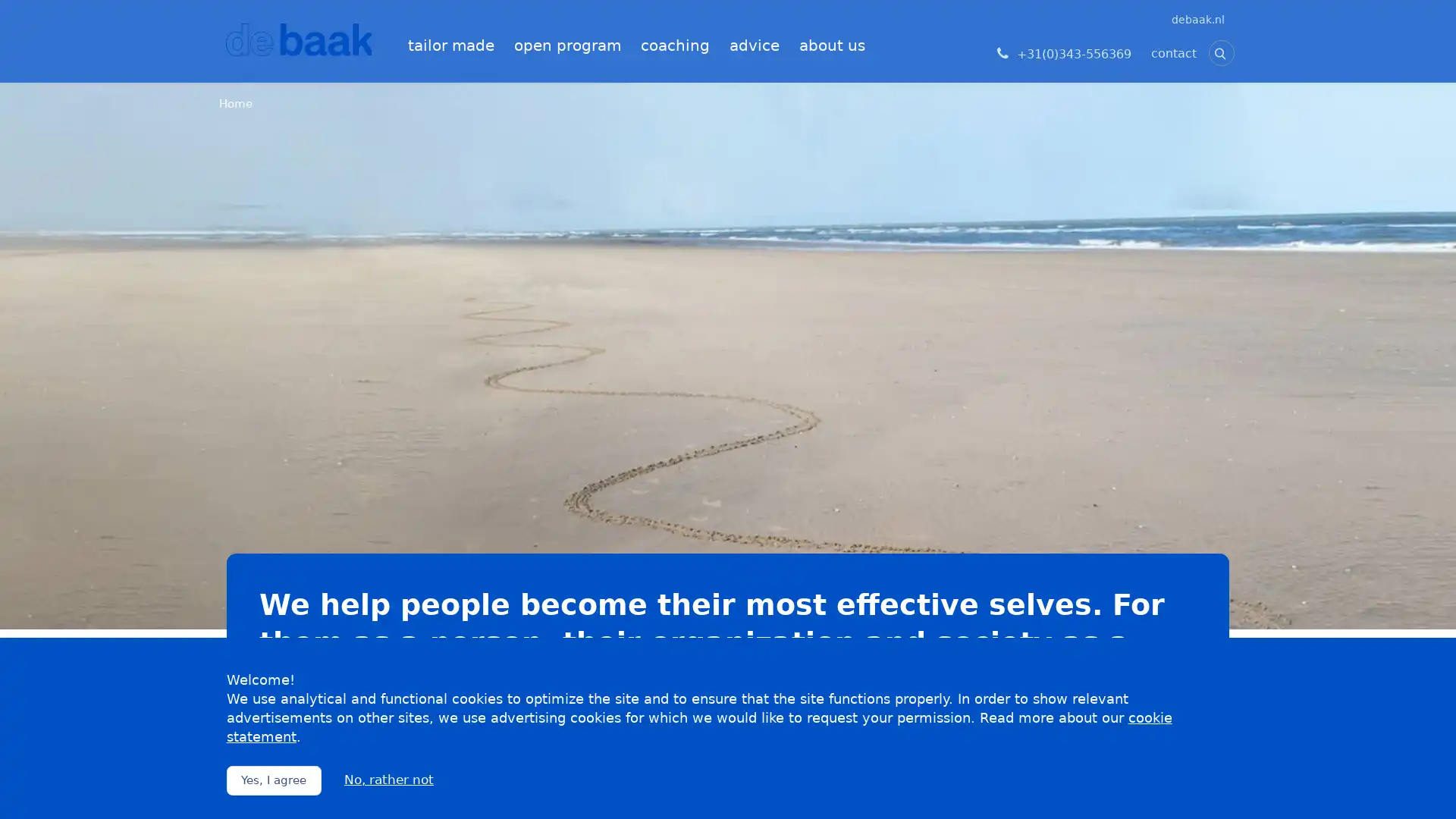  I want to click on Zoeken, so click(1232, 79).